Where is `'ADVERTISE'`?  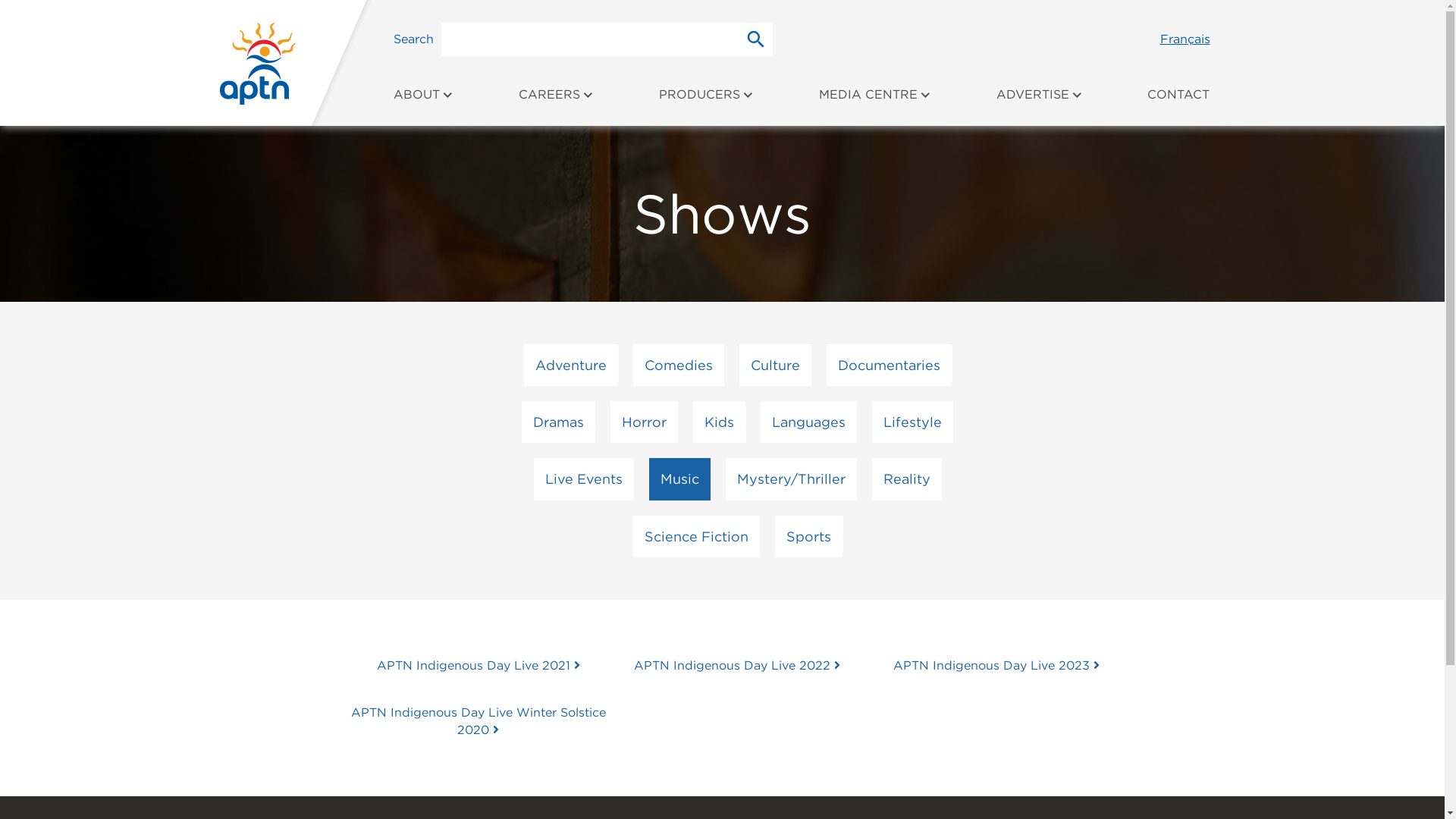 'ADVERTISE' is located at coordinates (1039, 102).